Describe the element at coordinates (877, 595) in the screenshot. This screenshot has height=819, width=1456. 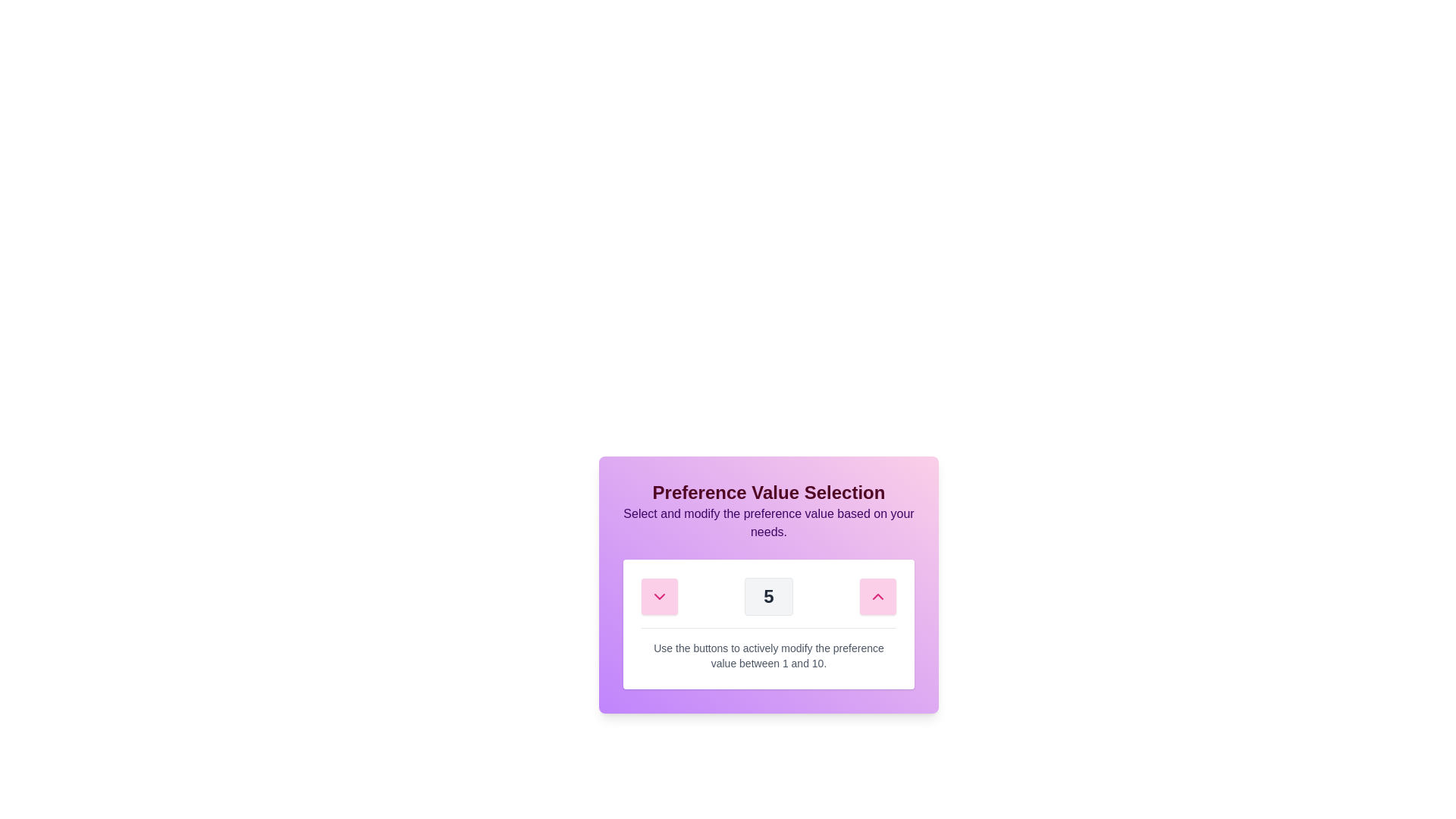
I see `the pink button with rounded corners featuring an upward-pointing chevron icon` at that location.